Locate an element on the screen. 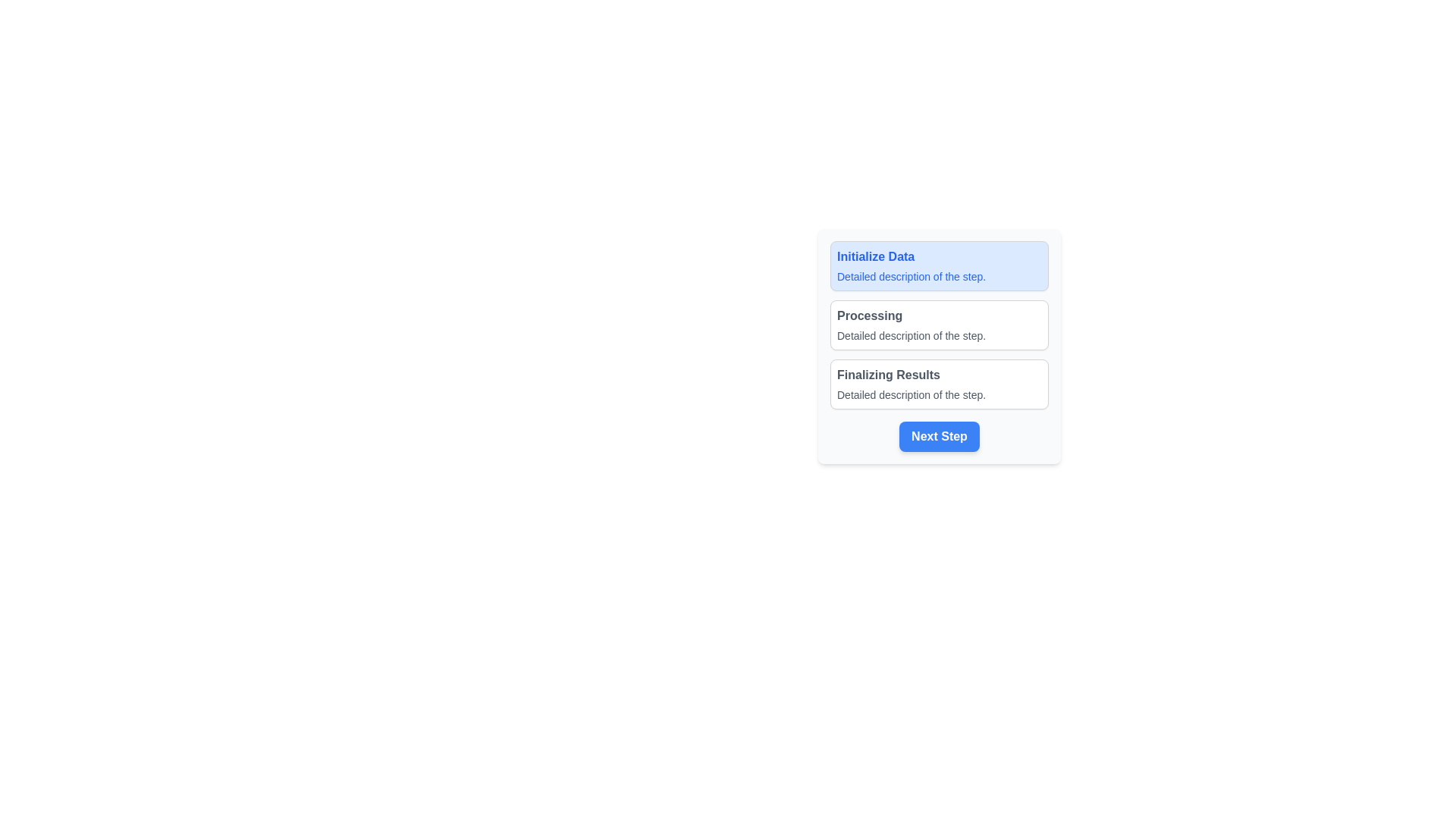  text content from the 'Finalizing Results' step in the process workflow, which is the third item in the vertical list of steps is located at coordinates (938, 383).